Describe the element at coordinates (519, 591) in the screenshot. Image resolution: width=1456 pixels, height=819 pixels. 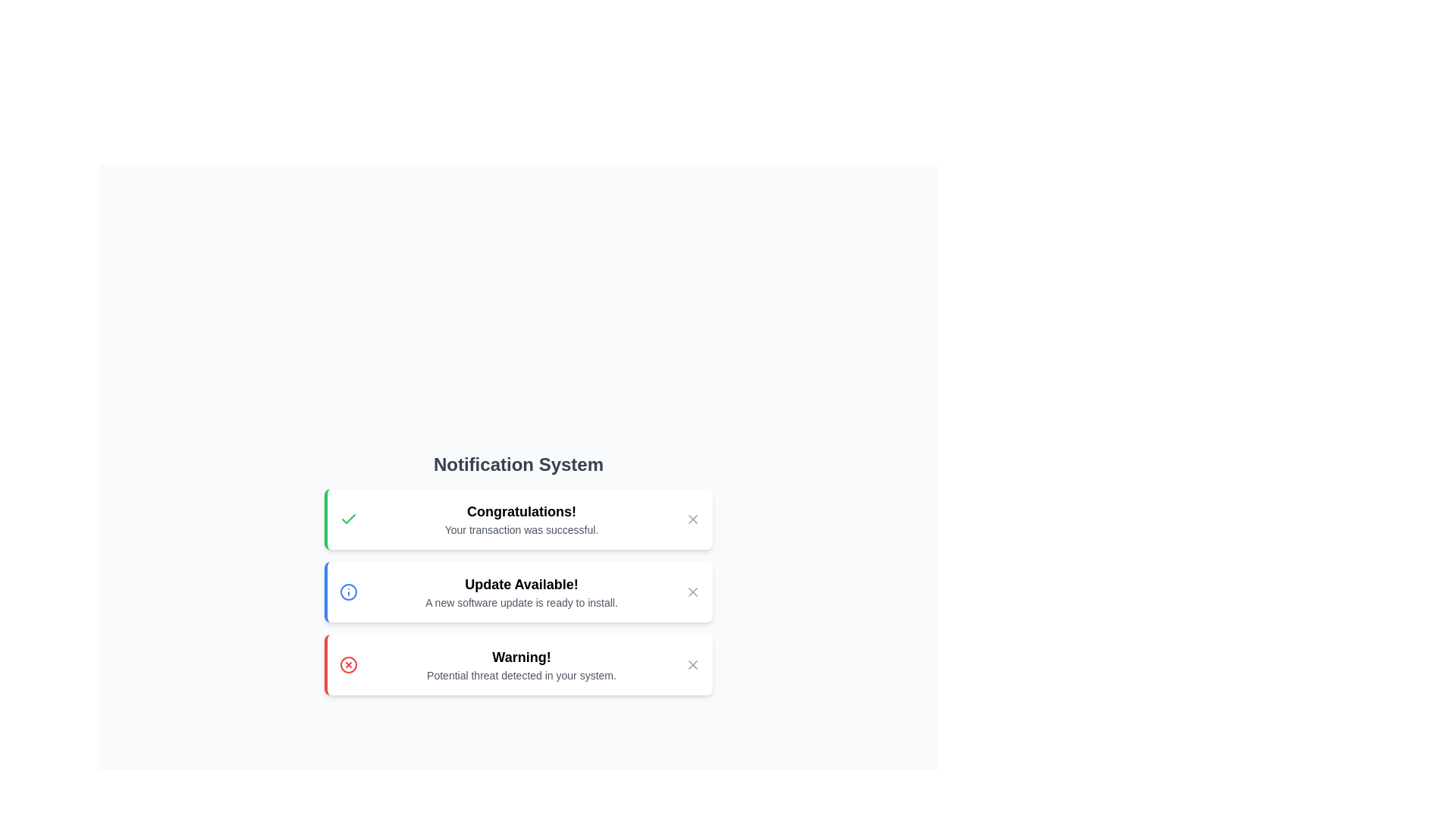
I see `text of the Notification Card that notifies the user about an available software update, which is the second notification in a vertical list of three notifications` at that location.